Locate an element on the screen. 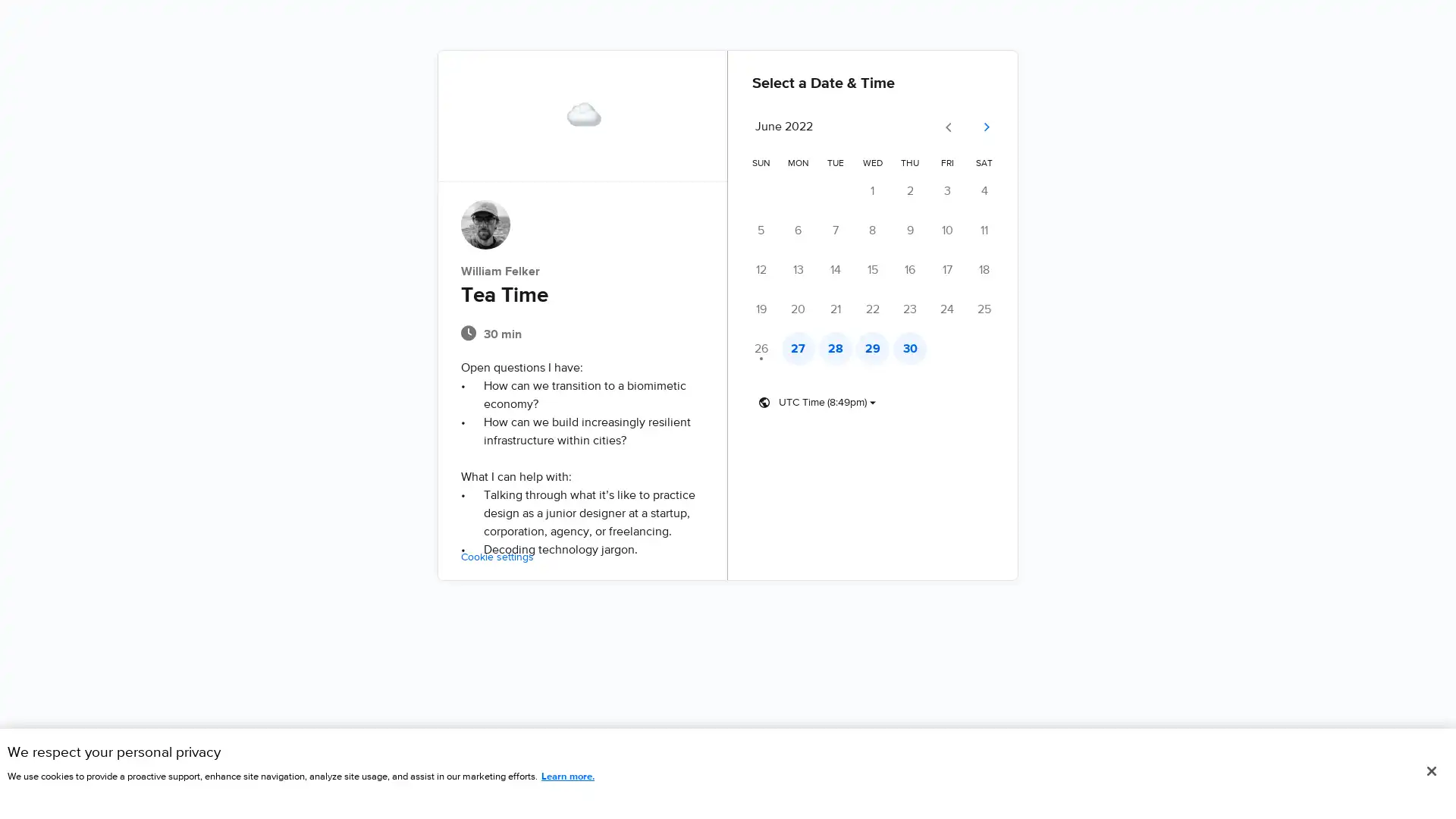  Thursday, June 16 - No times available is located at coordinates (917, 268).